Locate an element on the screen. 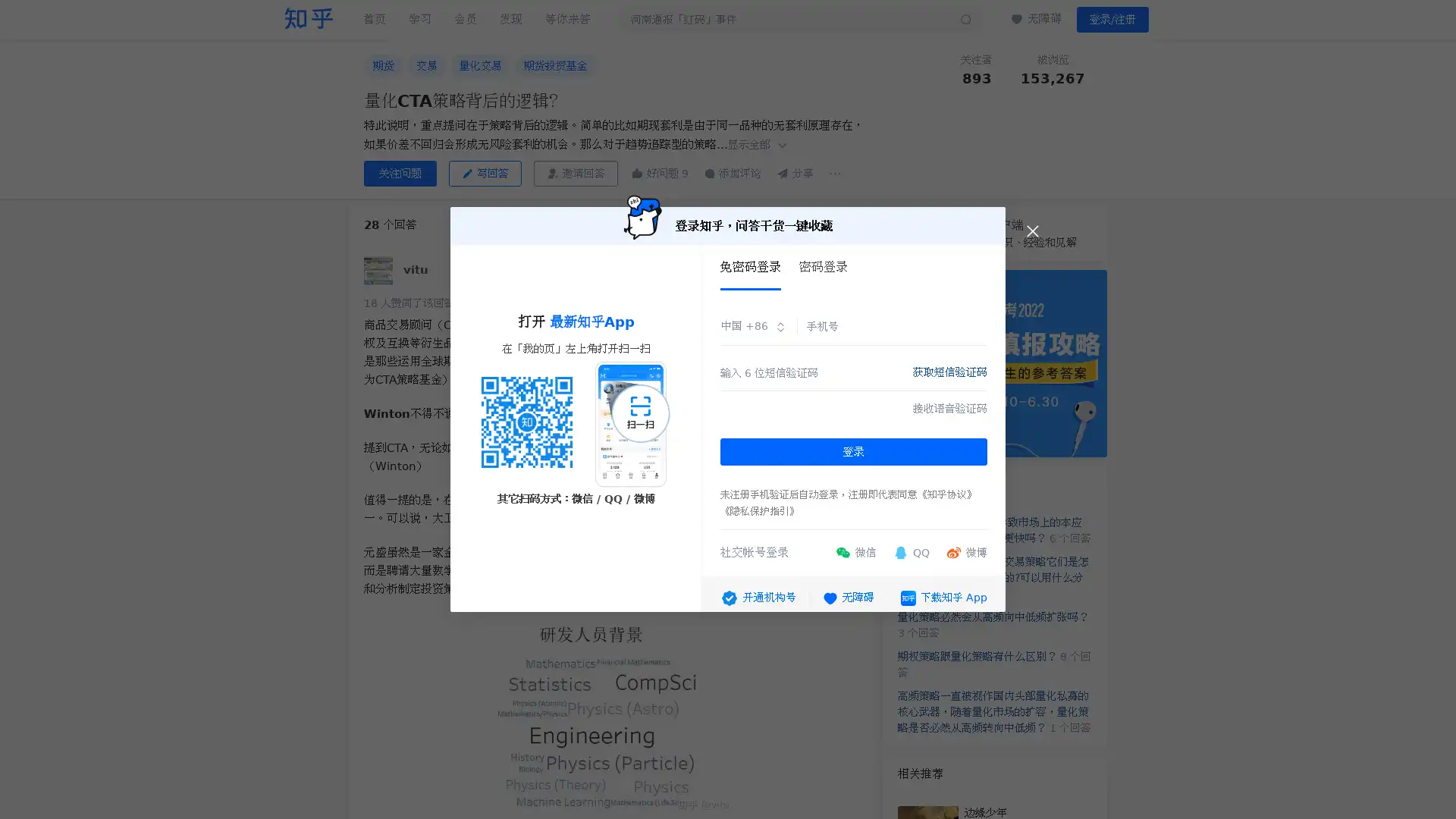 The height and width of the screenshot is (819, 1456). 9 is located at coordinates (658, 172).